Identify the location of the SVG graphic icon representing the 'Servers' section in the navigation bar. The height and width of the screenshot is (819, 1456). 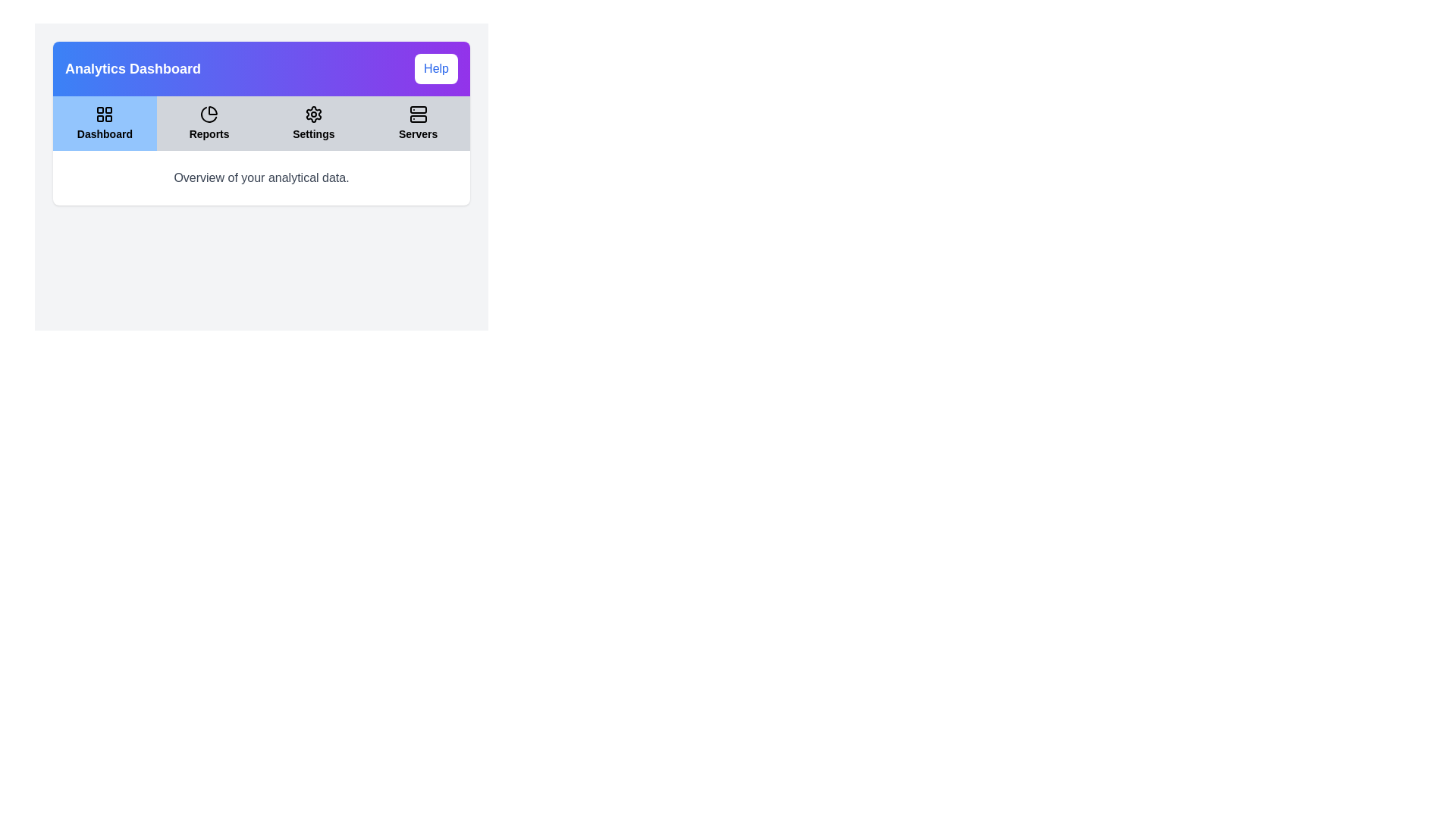
(418, 113).